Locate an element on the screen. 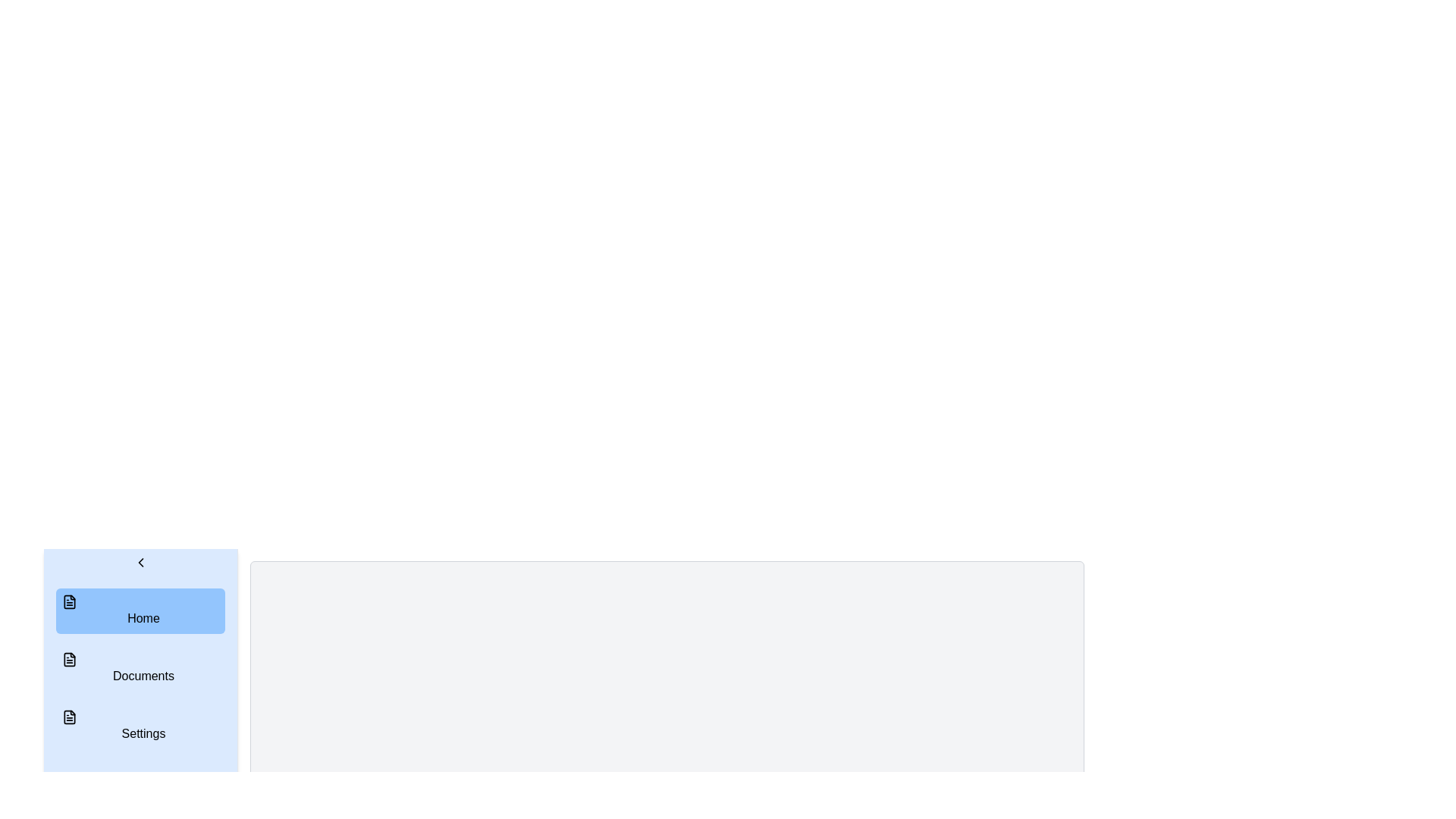 The height and width of the screenshot is (819, 1456). the document icon resembling a text content is located at coordinates (68, 717).